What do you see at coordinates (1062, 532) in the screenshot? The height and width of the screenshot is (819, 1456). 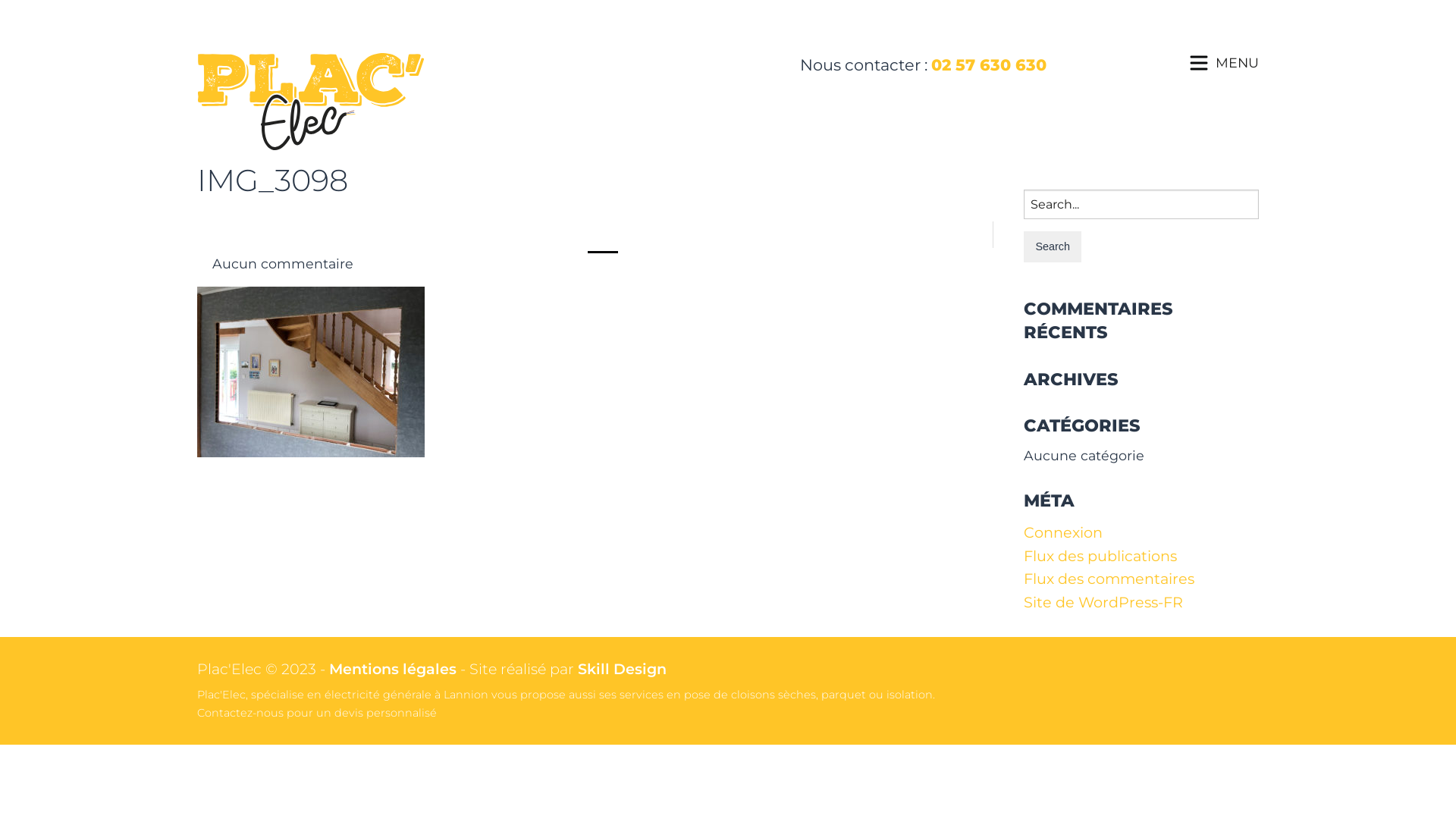 I see `'Connexion'` at bounding box center [1062, 532].